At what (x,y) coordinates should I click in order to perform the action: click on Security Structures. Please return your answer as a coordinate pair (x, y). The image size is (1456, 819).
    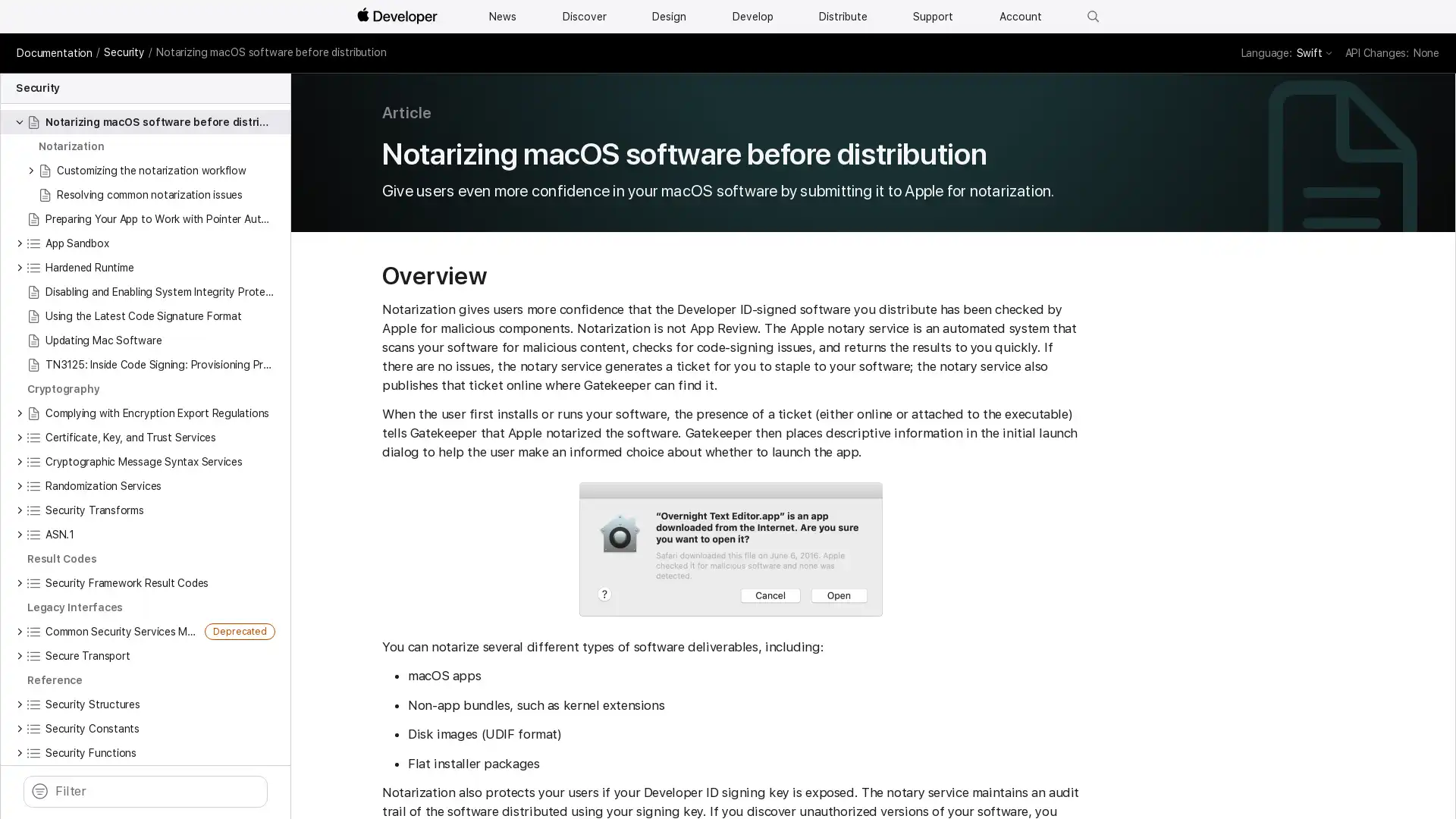
    Looking at the image, I should click on (17, 714).